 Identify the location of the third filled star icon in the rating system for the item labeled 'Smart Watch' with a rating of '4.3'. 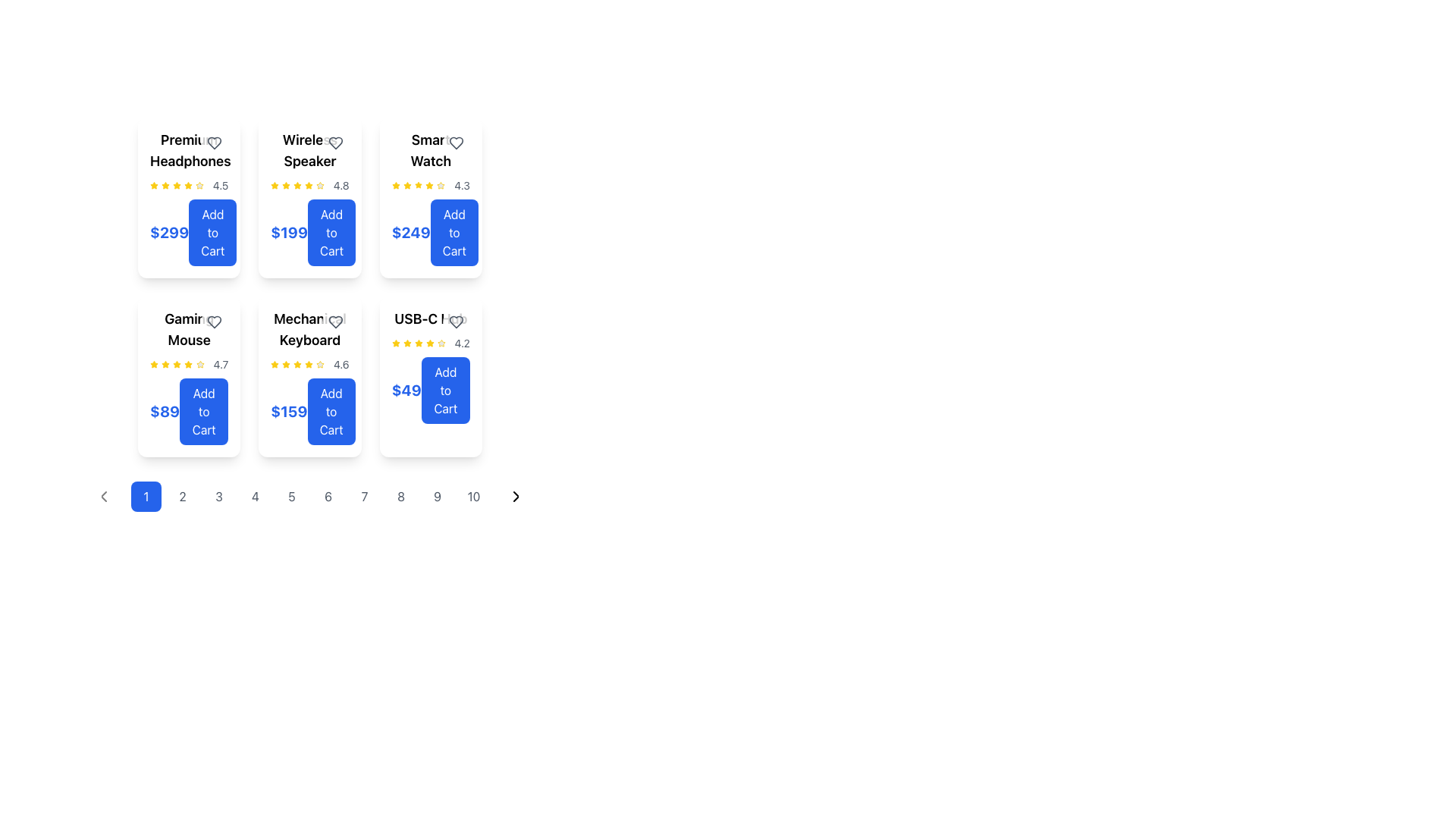
(407, 185).